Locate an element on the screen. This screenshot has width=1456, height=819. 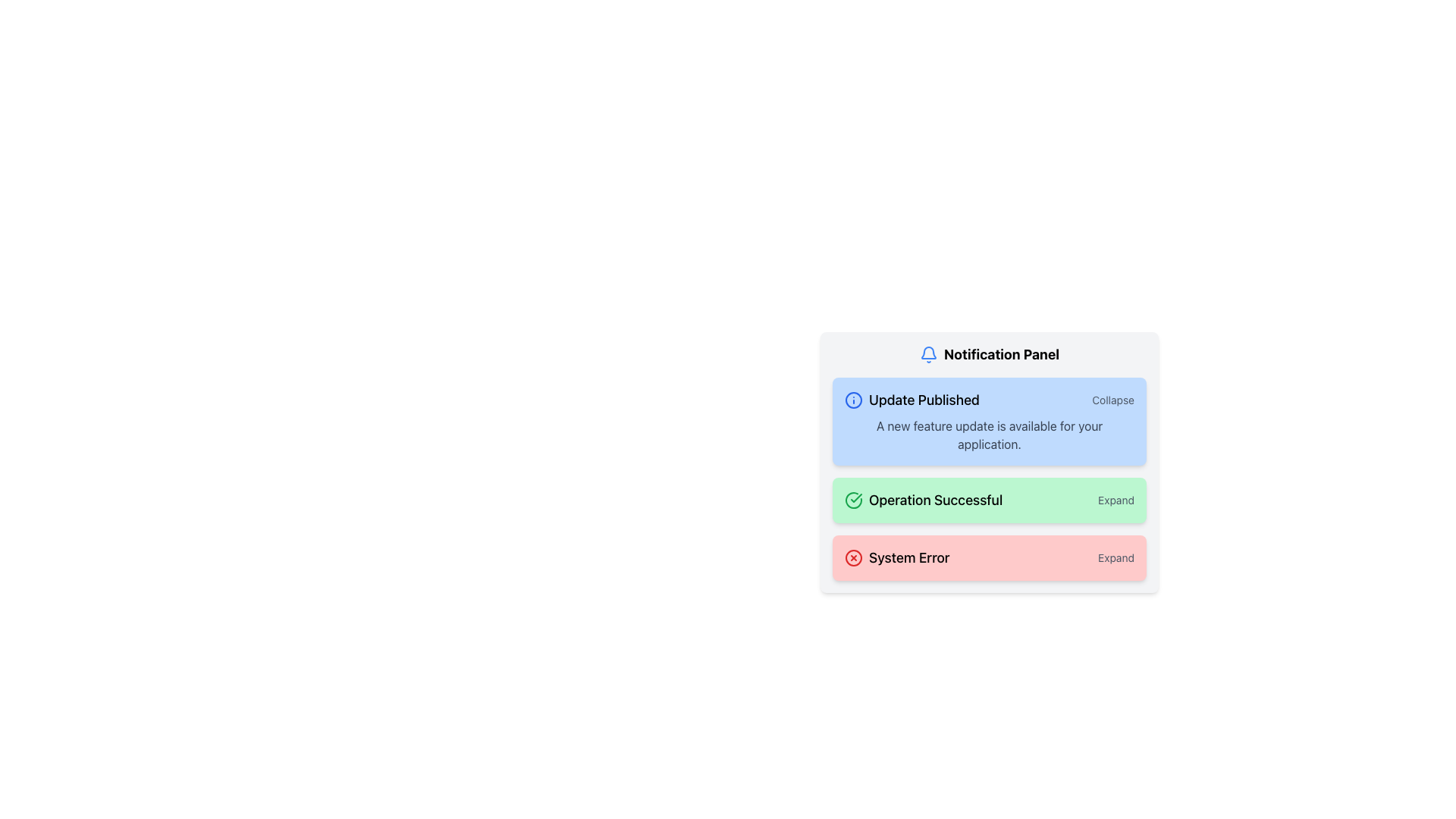
the 'System Error' notification row in the Notification Panel is located at coordinates (990, 558).